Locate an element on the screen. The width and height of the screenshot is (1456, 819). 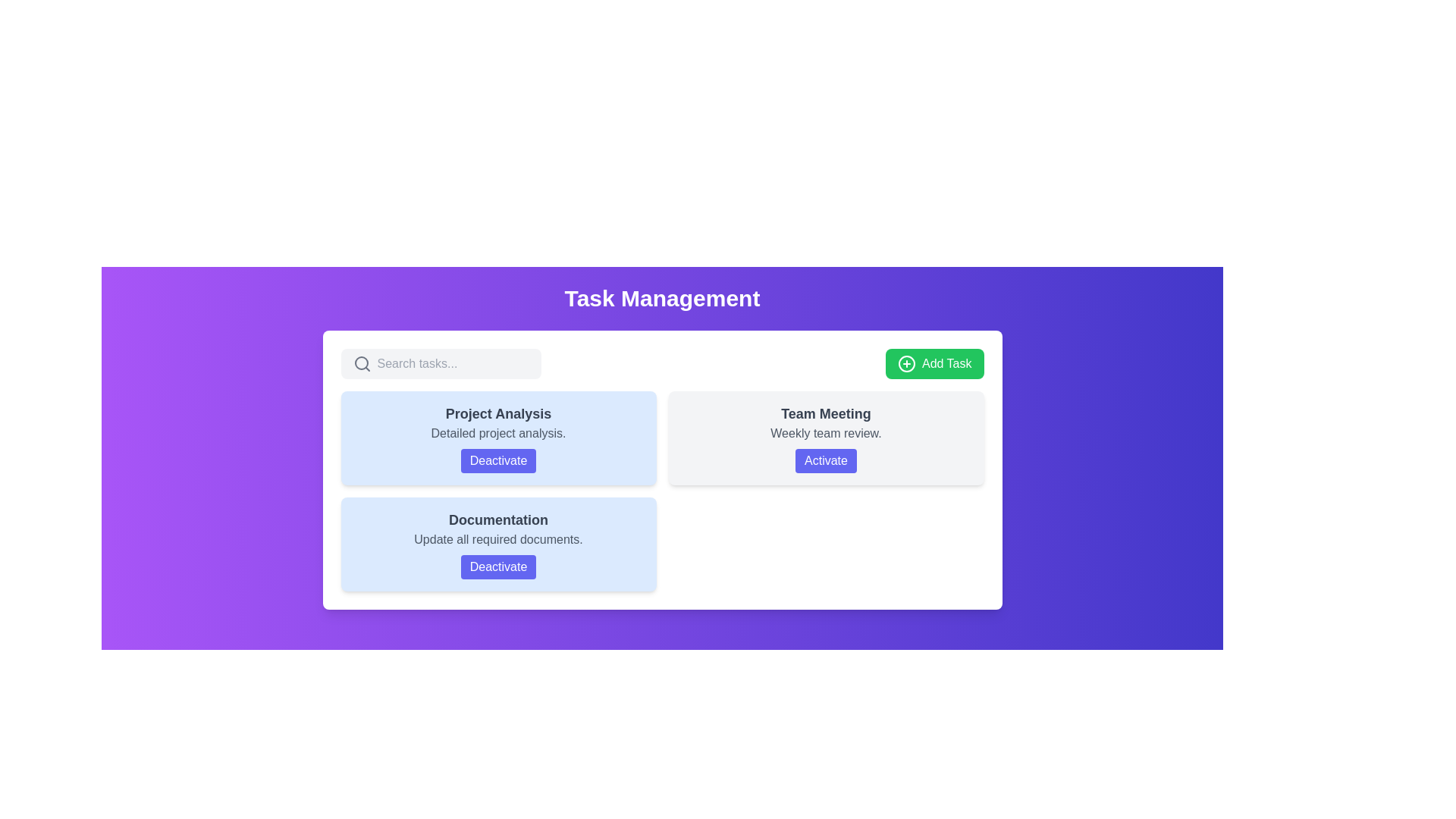
the decorative circle icon within the green 'Add Task' button, which enhances its appearance and indicates the functionality related is located at coordinates (906, 363).